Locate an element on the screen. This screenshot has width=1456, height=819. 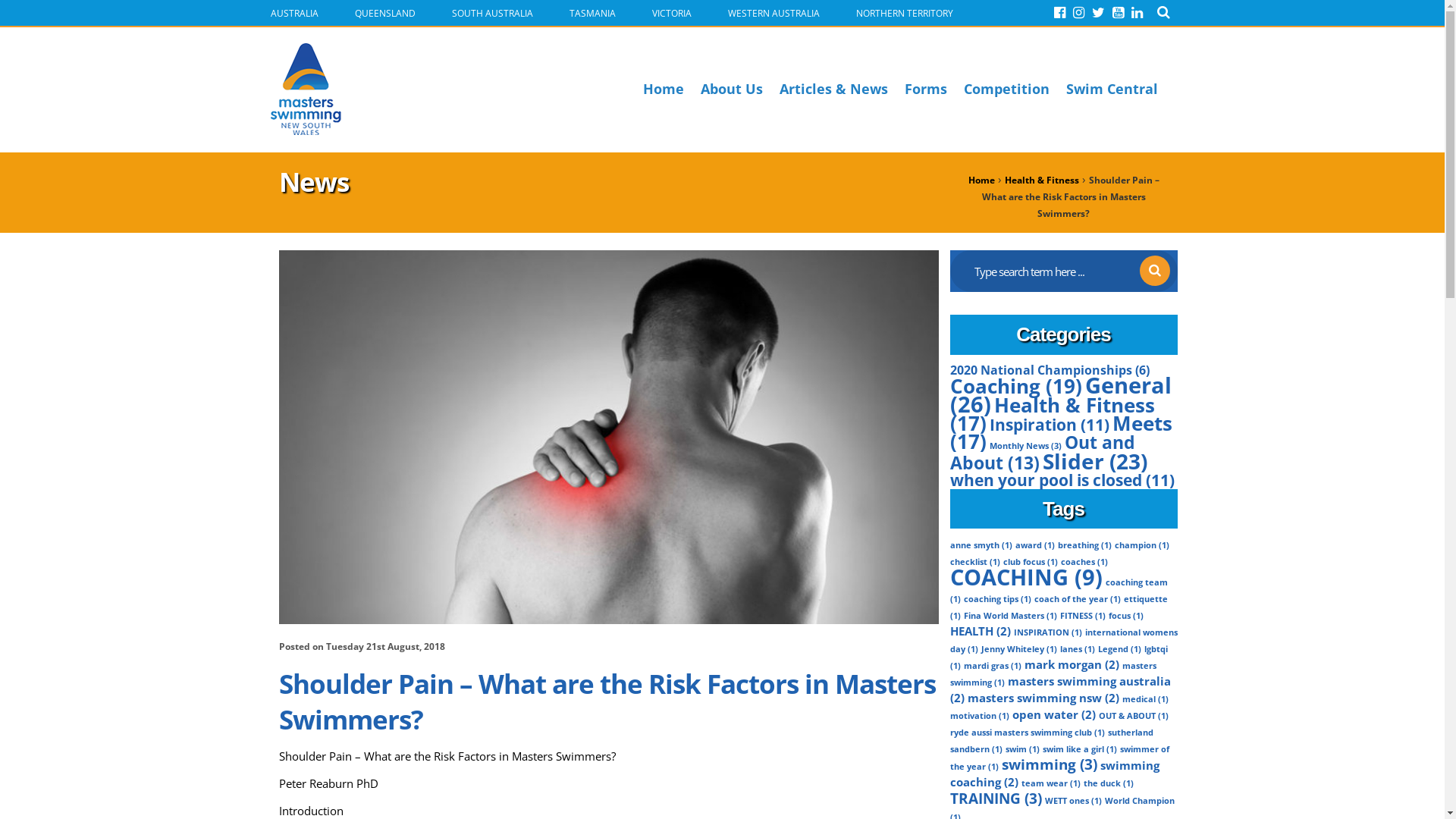
'Swim Central' is located at coordinates (1065, 88).